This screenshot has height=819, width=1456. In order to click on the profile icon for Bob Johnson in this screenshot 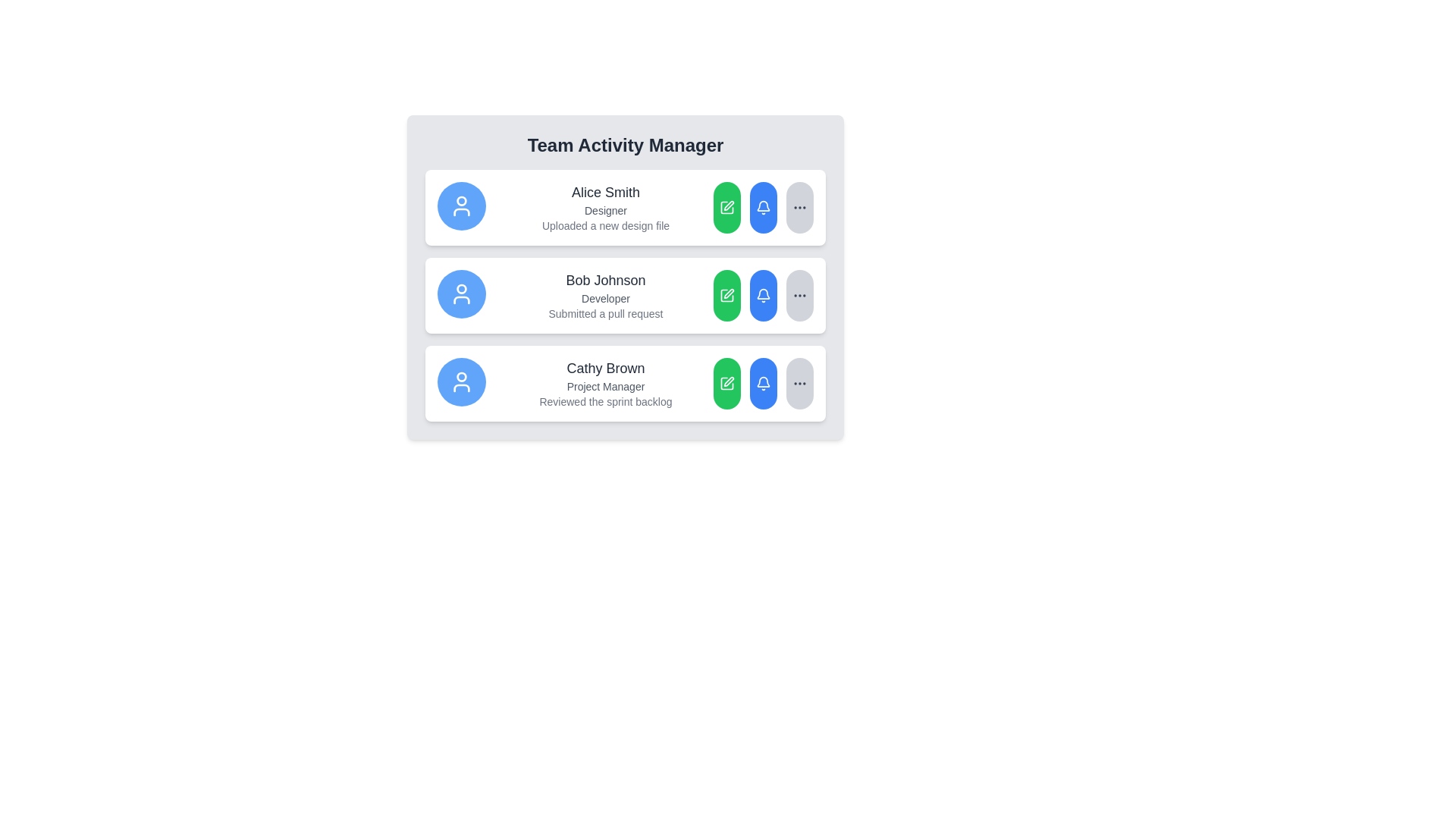, I will do `click(461, 289)`.